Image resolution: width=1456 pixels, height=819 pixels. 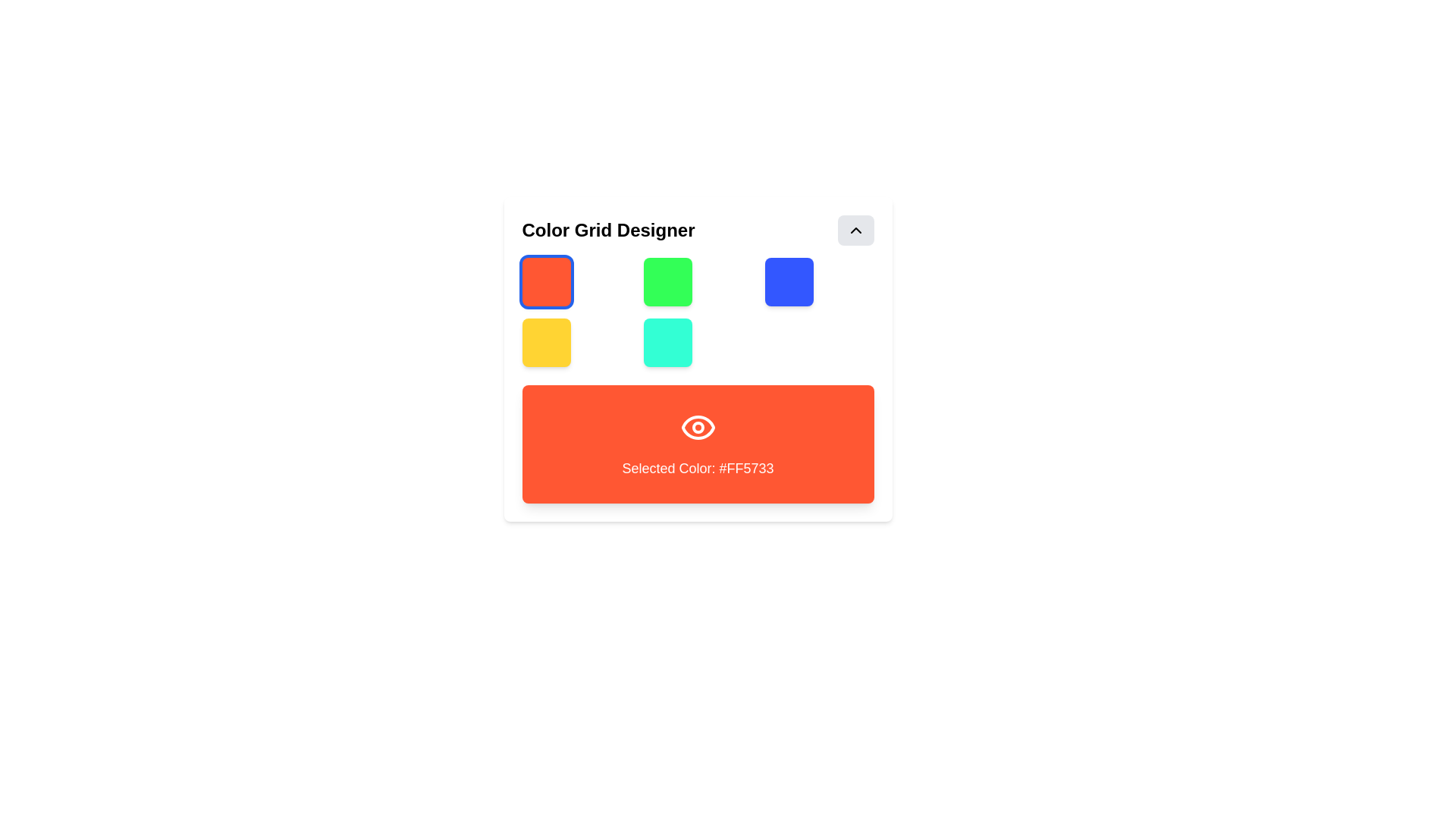 I want to click on the text label that reads 'Selected Color: #FF5733', which is displayed in a medium font-weight, large size, and white color on a bright orange rectangular background, located beneath an eye icon, so click(x=697, y=467).